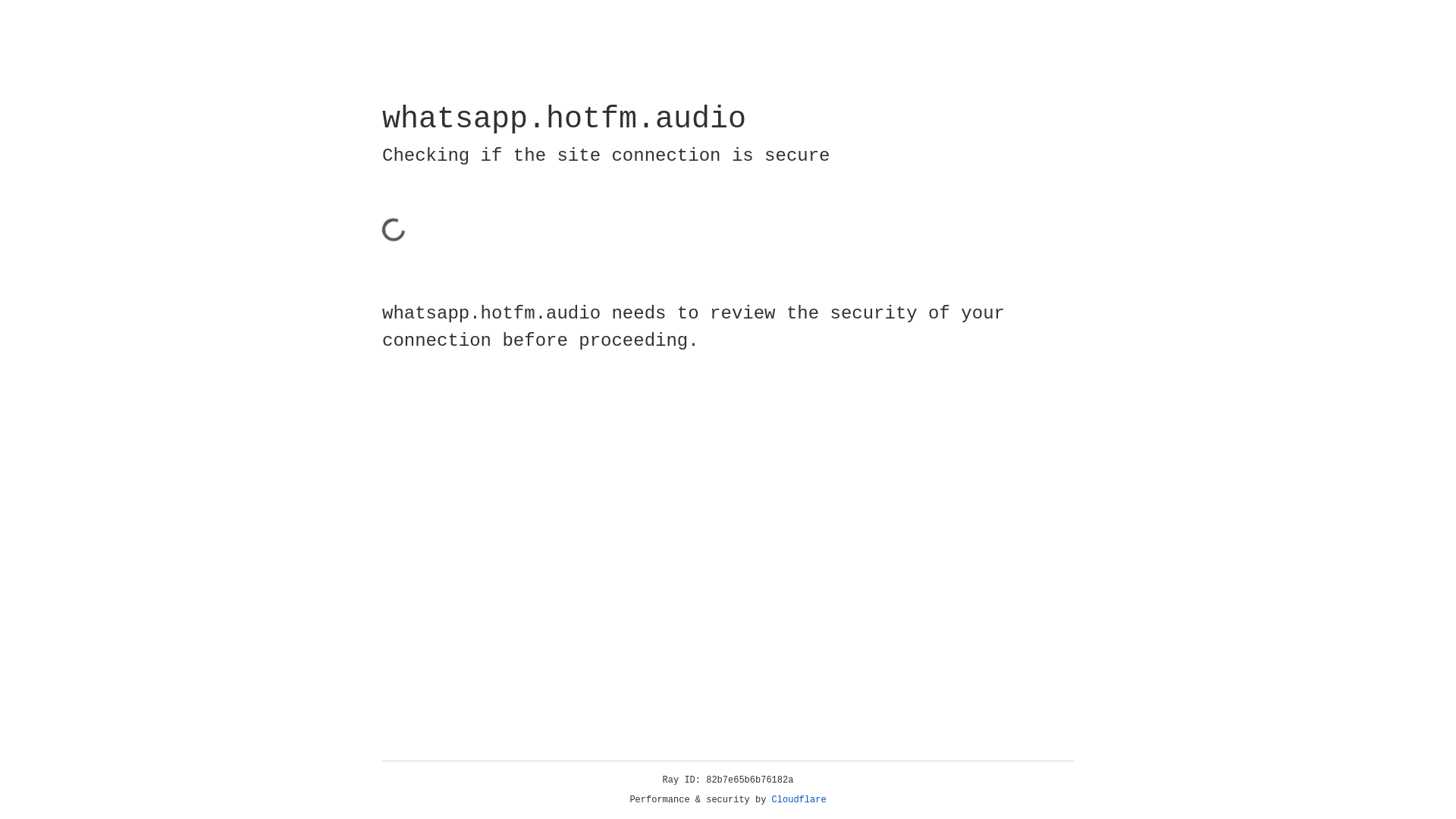  Describe the element at coordinates (799, 799) in the screenshot. I see `'Cloudflare'` at that location.